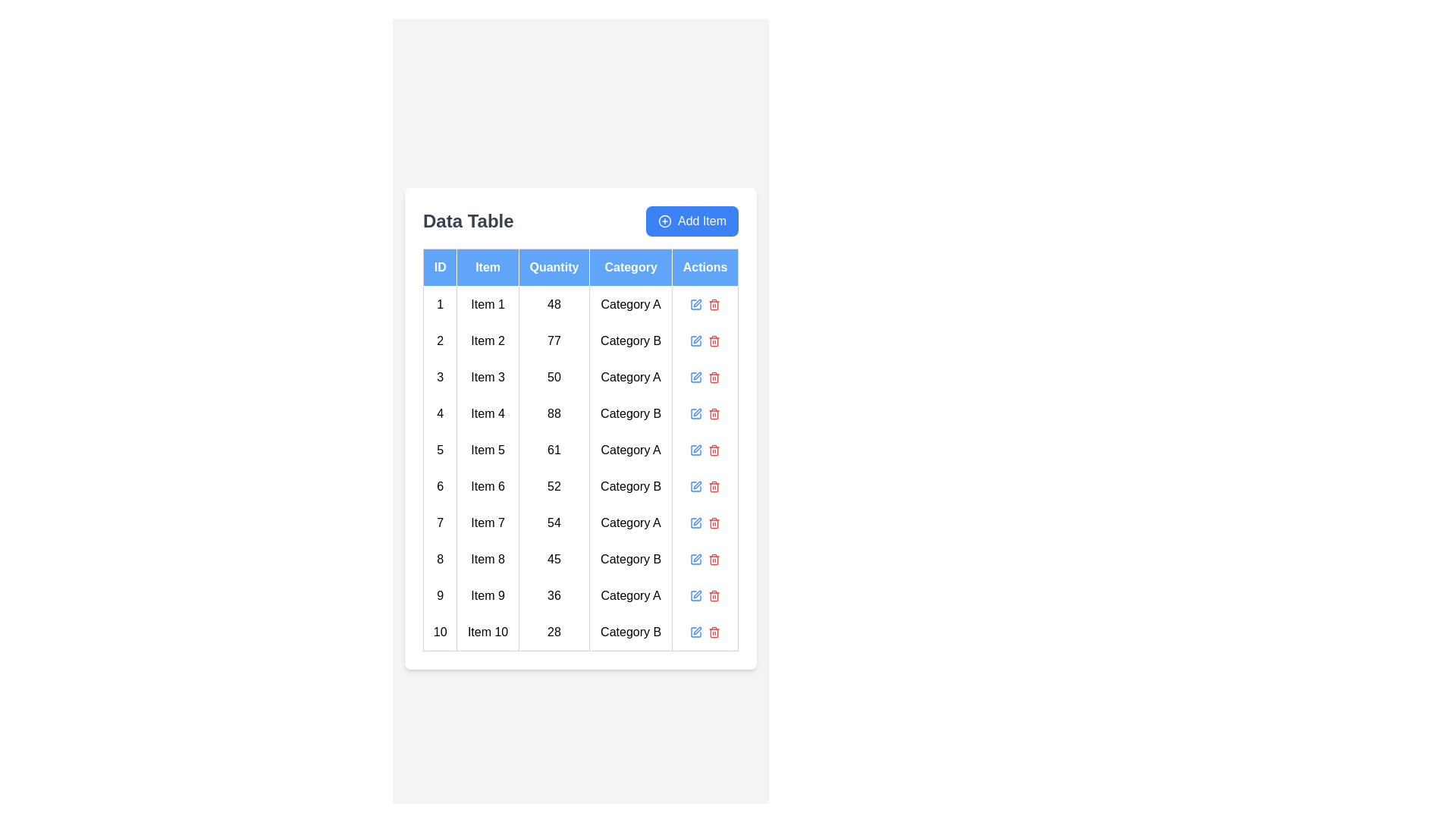  I want to click on the 'Edit' icon button in the 'Actions' column of the data table, so click(697, 593).